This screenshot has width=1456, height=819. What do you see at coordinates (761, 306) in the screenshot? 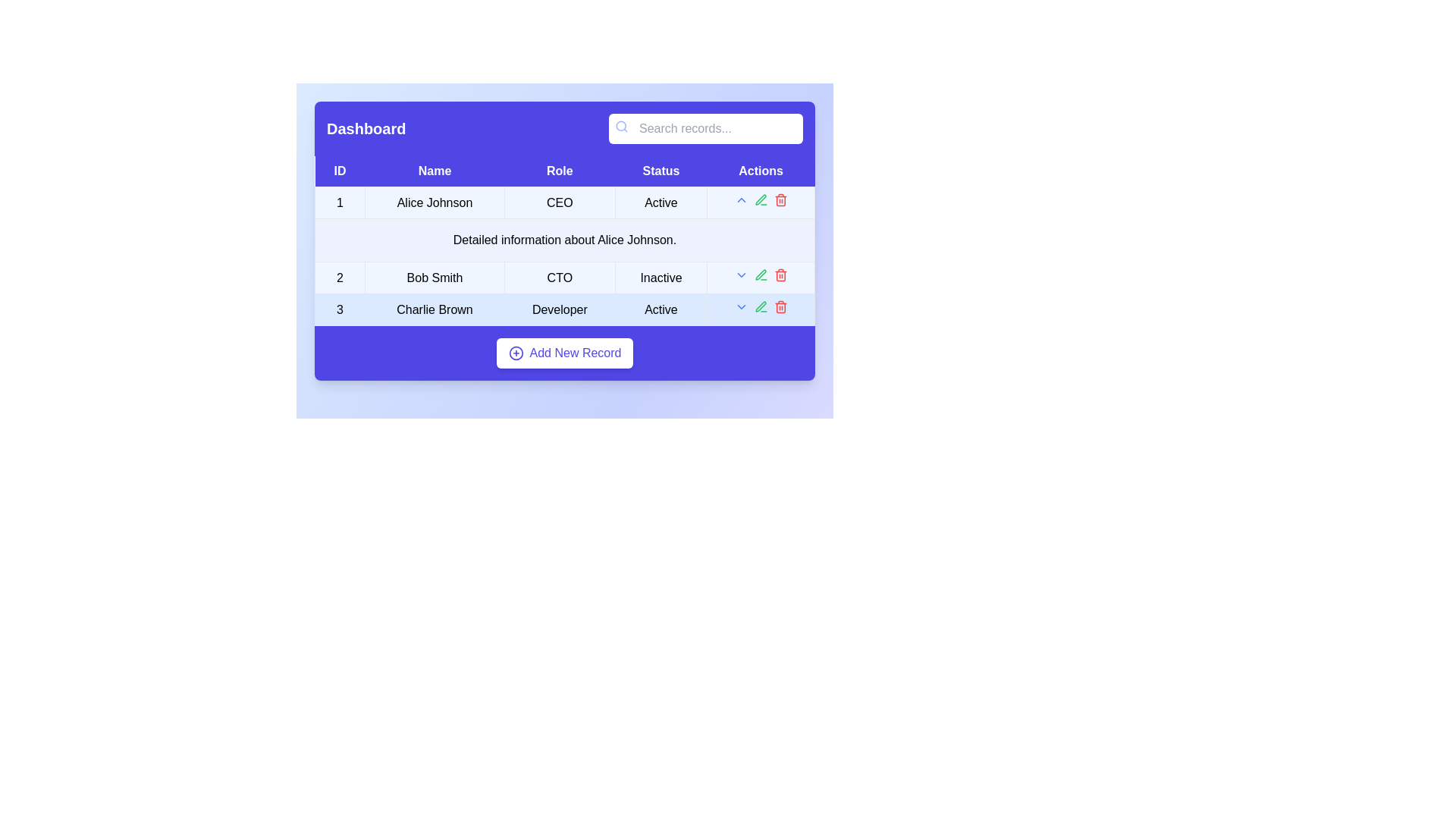
I see `the pen icon in the 'Actions' column of the first row associated with 'Alice Johnson'` at bounding box center [761, 306].